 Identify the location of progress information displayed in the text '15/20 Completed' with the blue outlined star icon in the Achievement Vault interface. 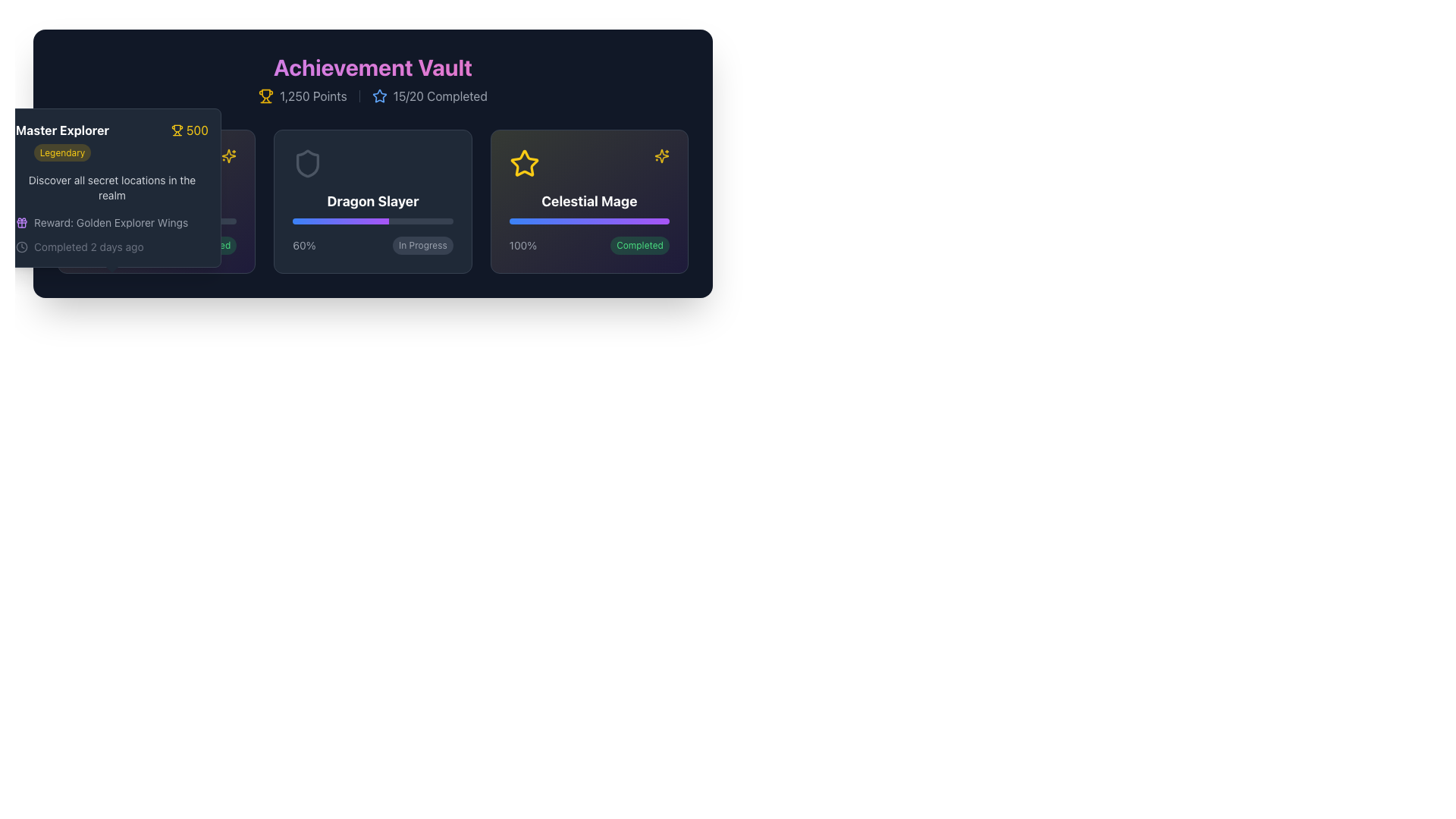
(428, 96).